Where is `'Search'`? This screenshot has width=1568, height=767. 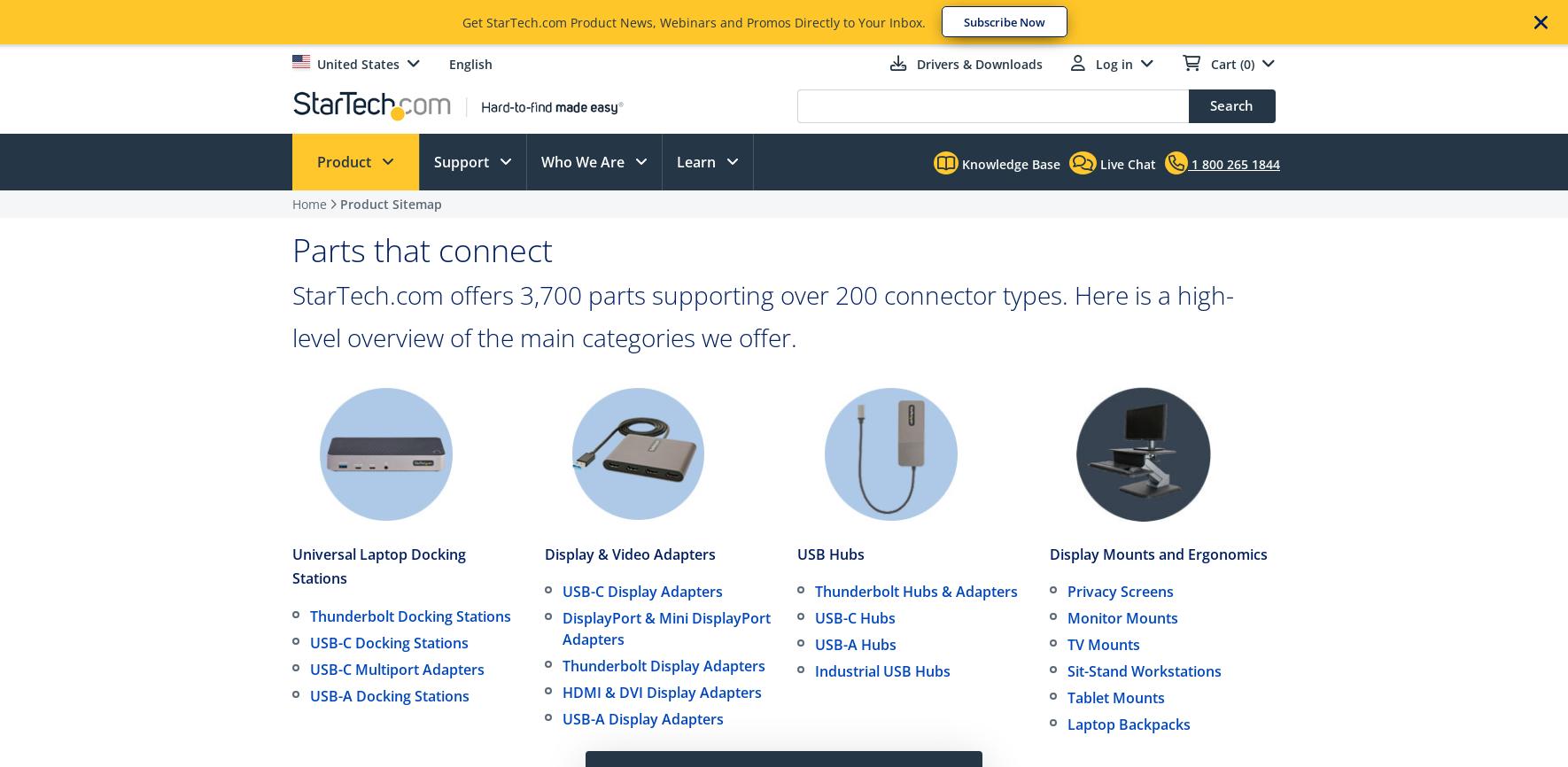 'Search' is located at coordinates (1231, 105).